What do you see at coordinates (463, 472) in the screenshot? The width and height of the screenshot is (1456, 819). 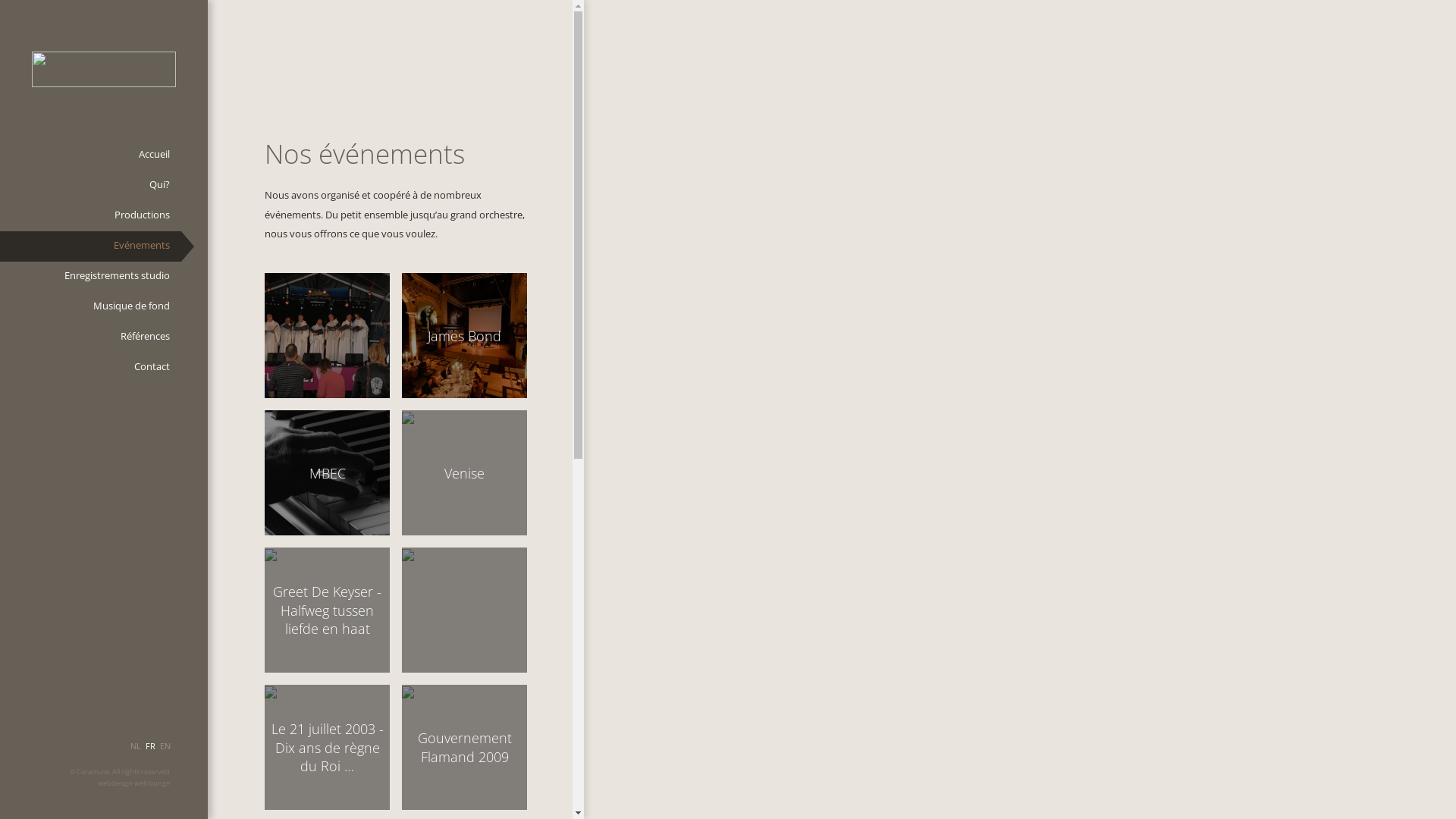 I see `'Venise'` at bounding box center [463, 472].